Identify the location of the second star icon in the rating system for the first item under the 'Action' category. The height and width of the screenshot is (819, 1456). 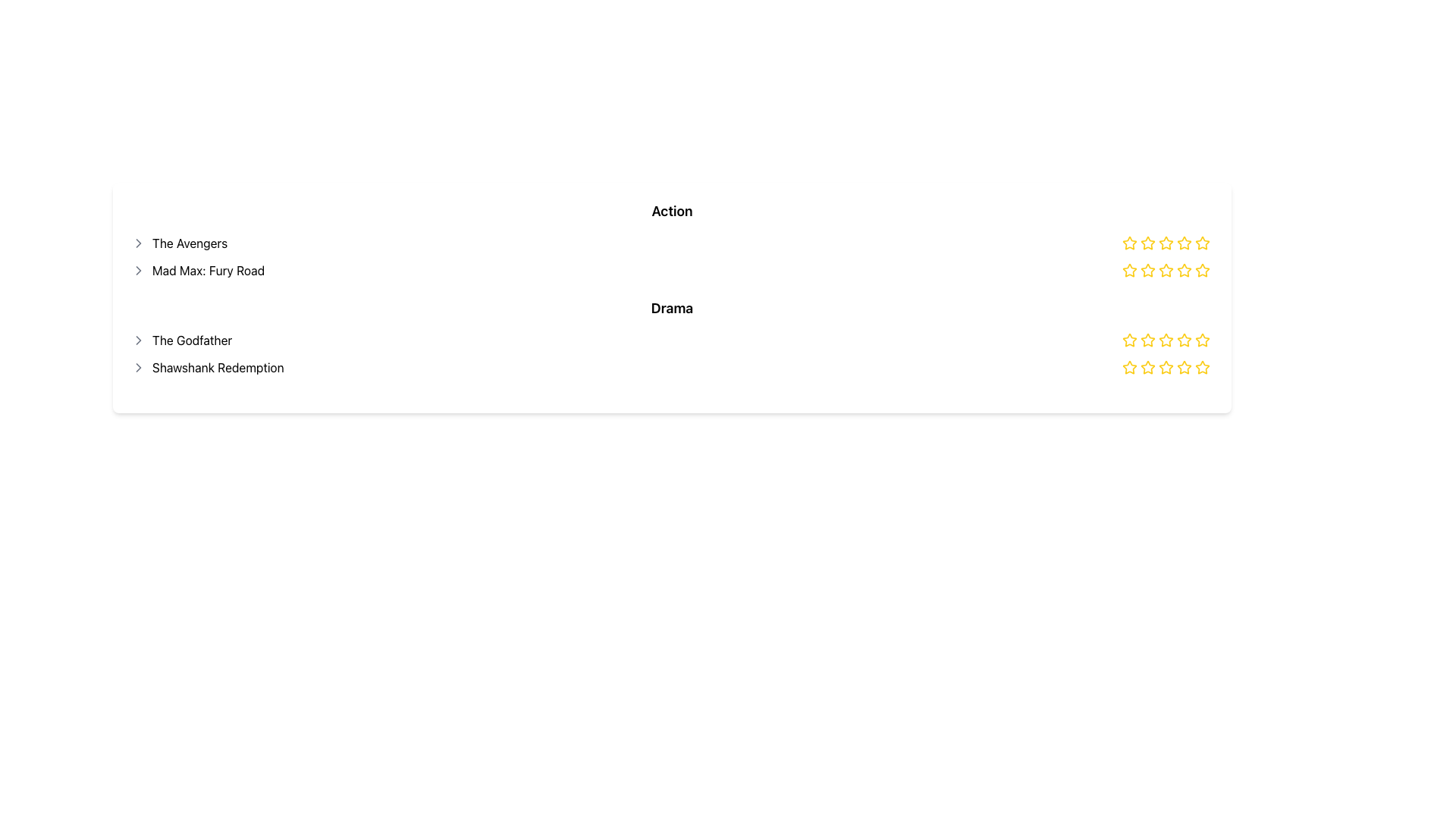
(1147, 242).